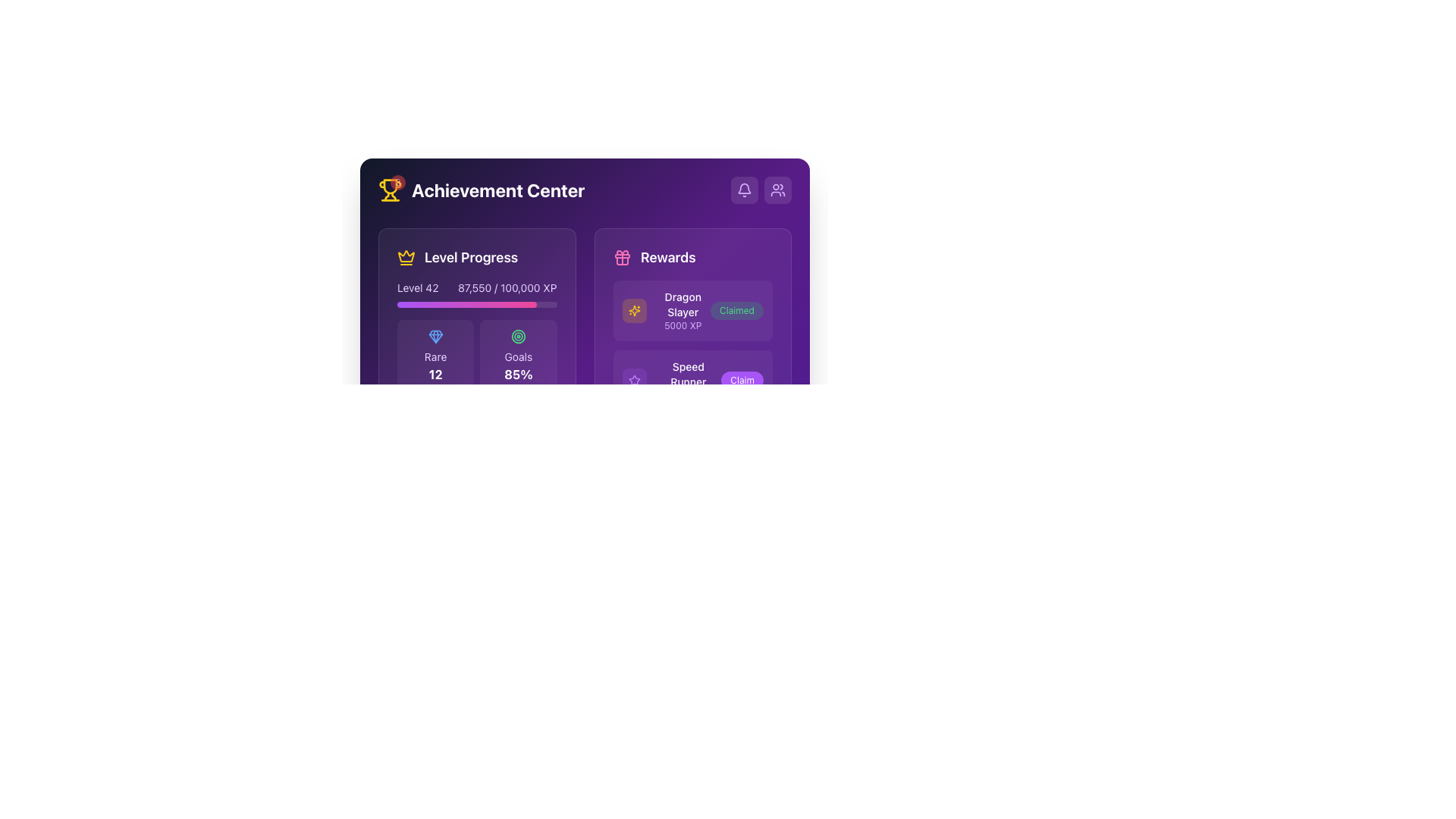  Describe the element at coordinates (476, 256) in the screenshot. I see `the 'Level Progress' header section, which includes an icon and text, for interaction` at that location.